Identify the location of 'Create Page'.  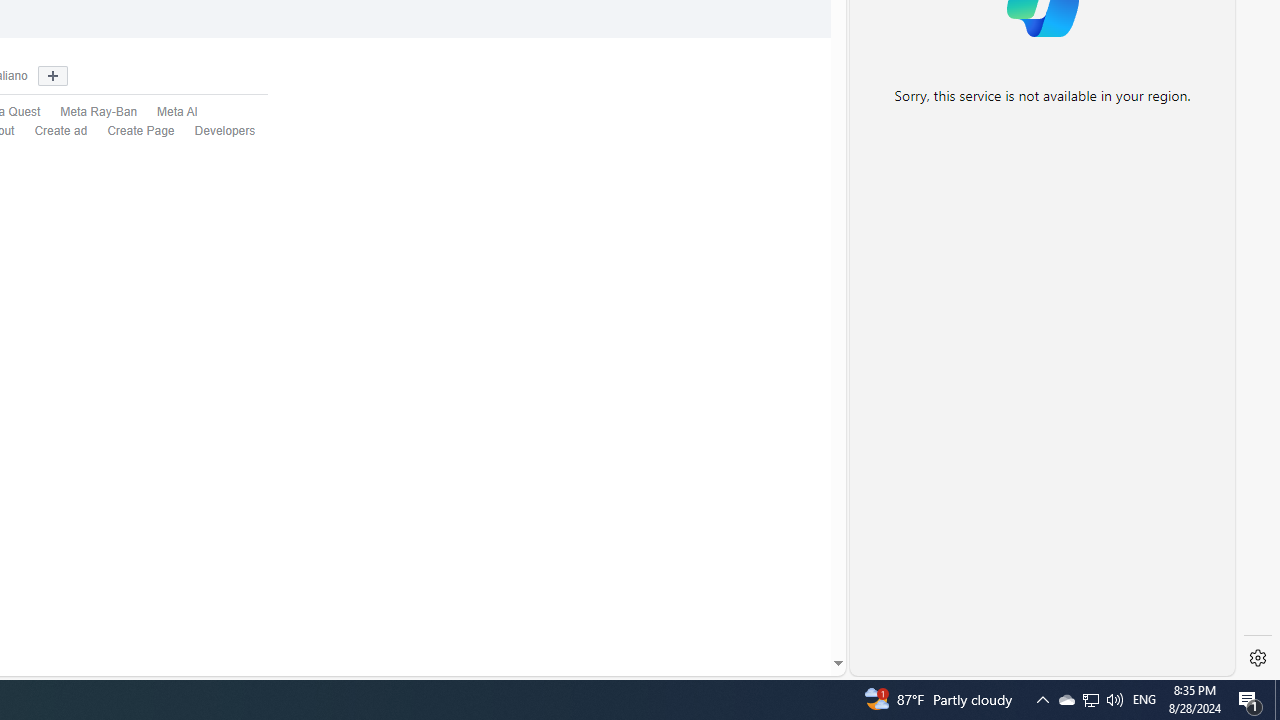
(130, 131).